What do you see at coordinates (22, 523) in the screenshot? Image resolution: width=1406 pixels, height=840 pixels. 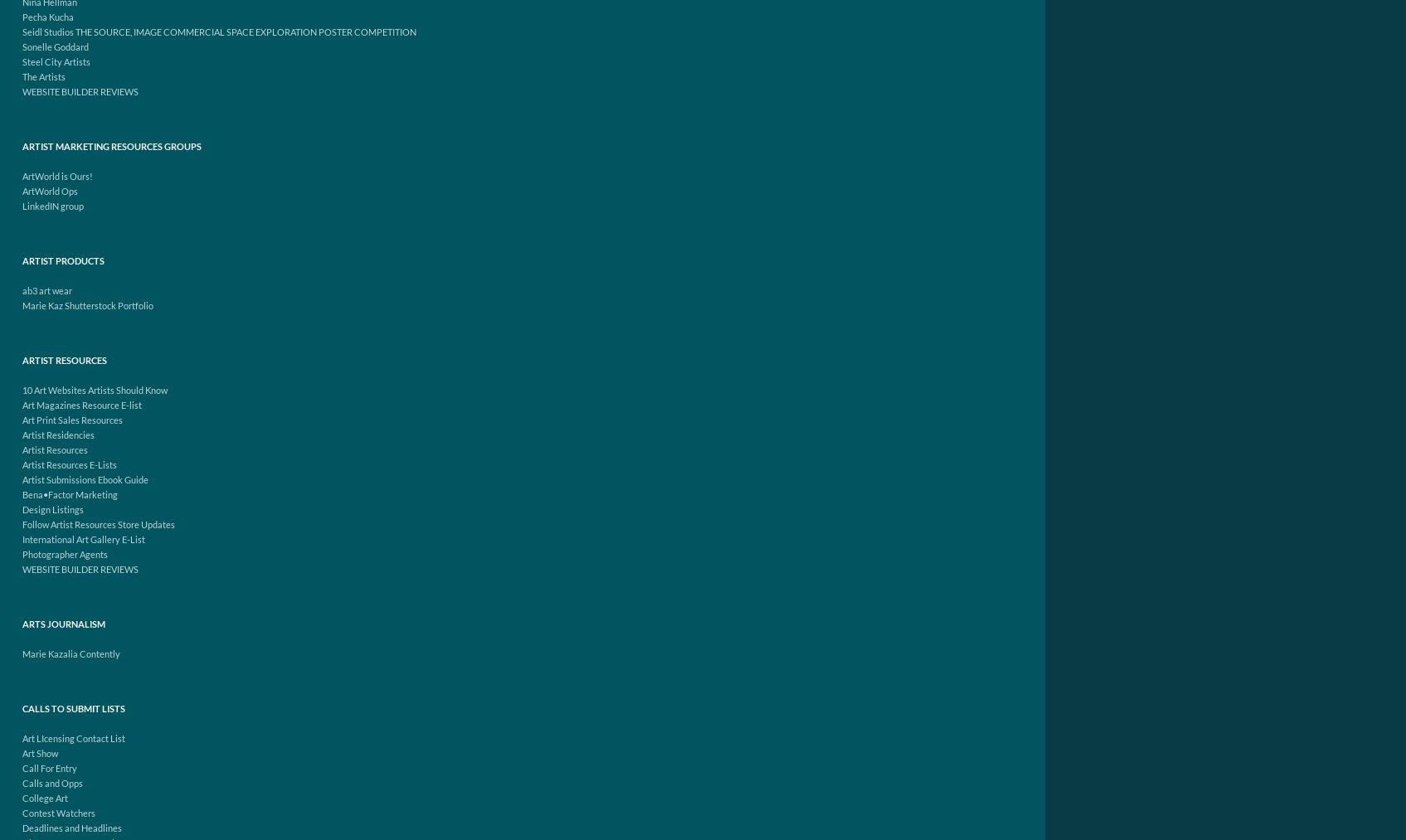 I see `'Follow Artist Resources Store Updates'` at bounding box center [22, 523].